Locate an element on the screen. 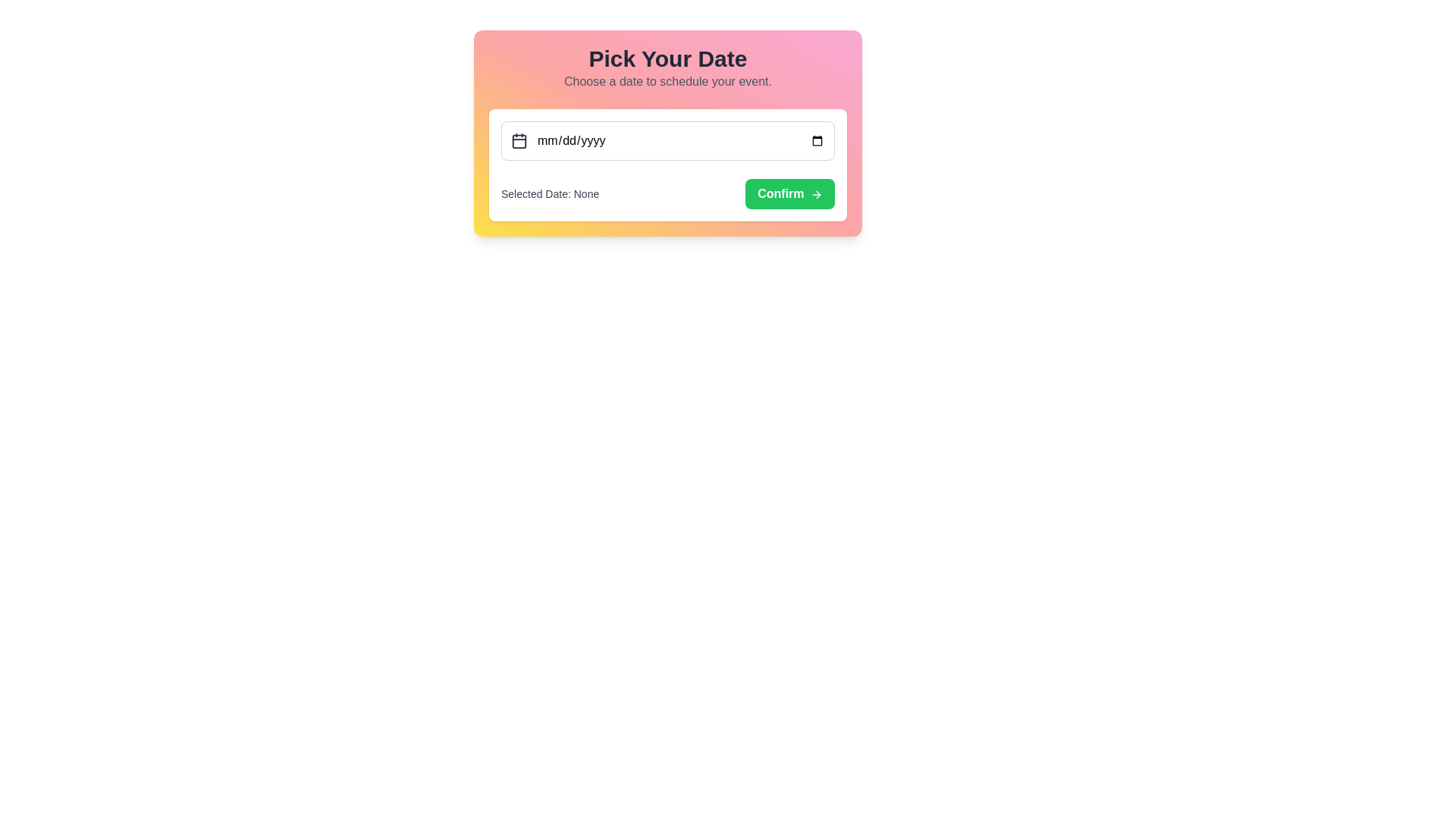  the Right Arrow icon located at the right edge of the Confirm button in the form is located at coordinates (815, 193).